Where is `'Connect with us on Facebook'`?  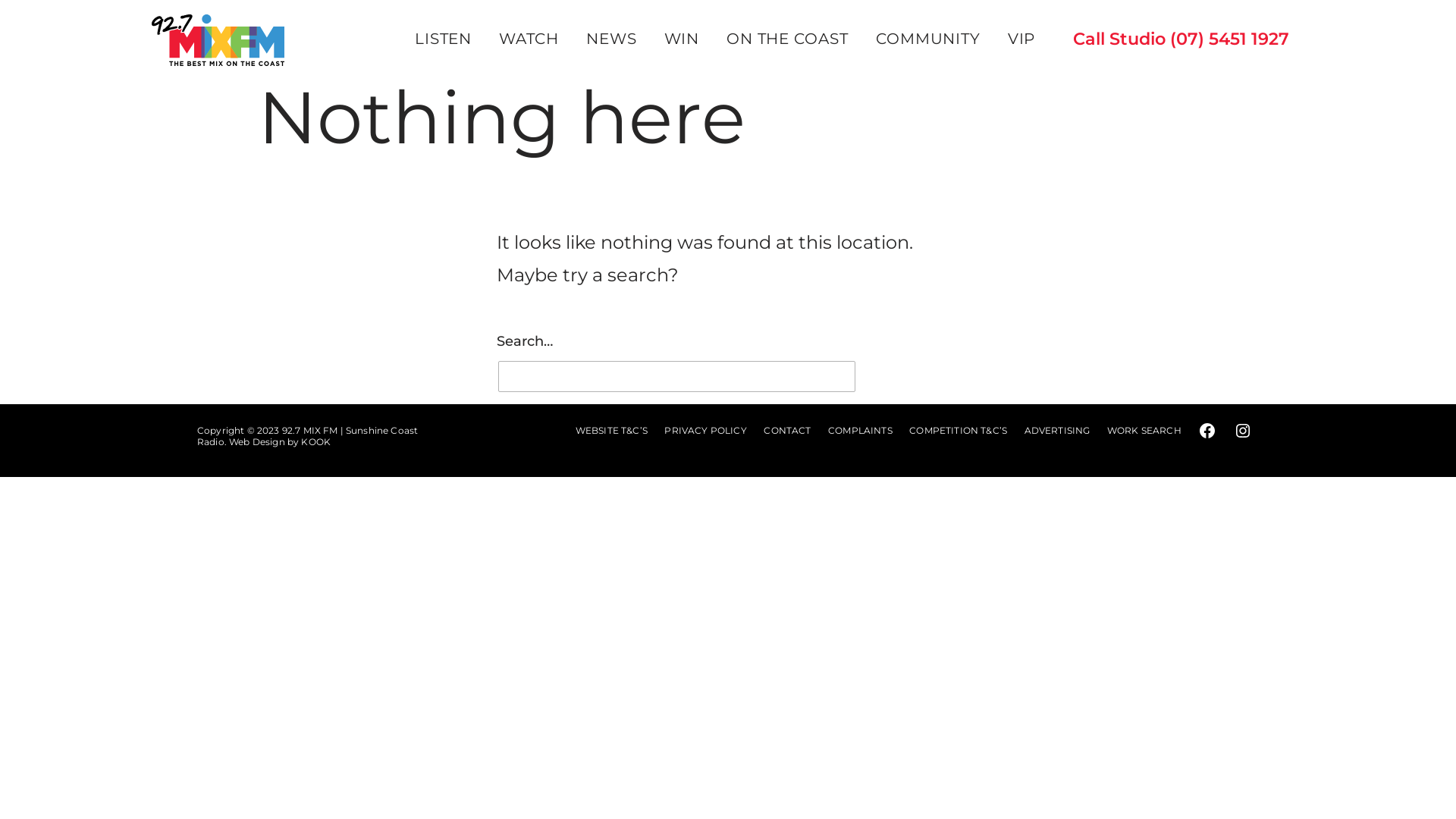
'Connect with us on Facebook' is located at coordinates (1190, 430).